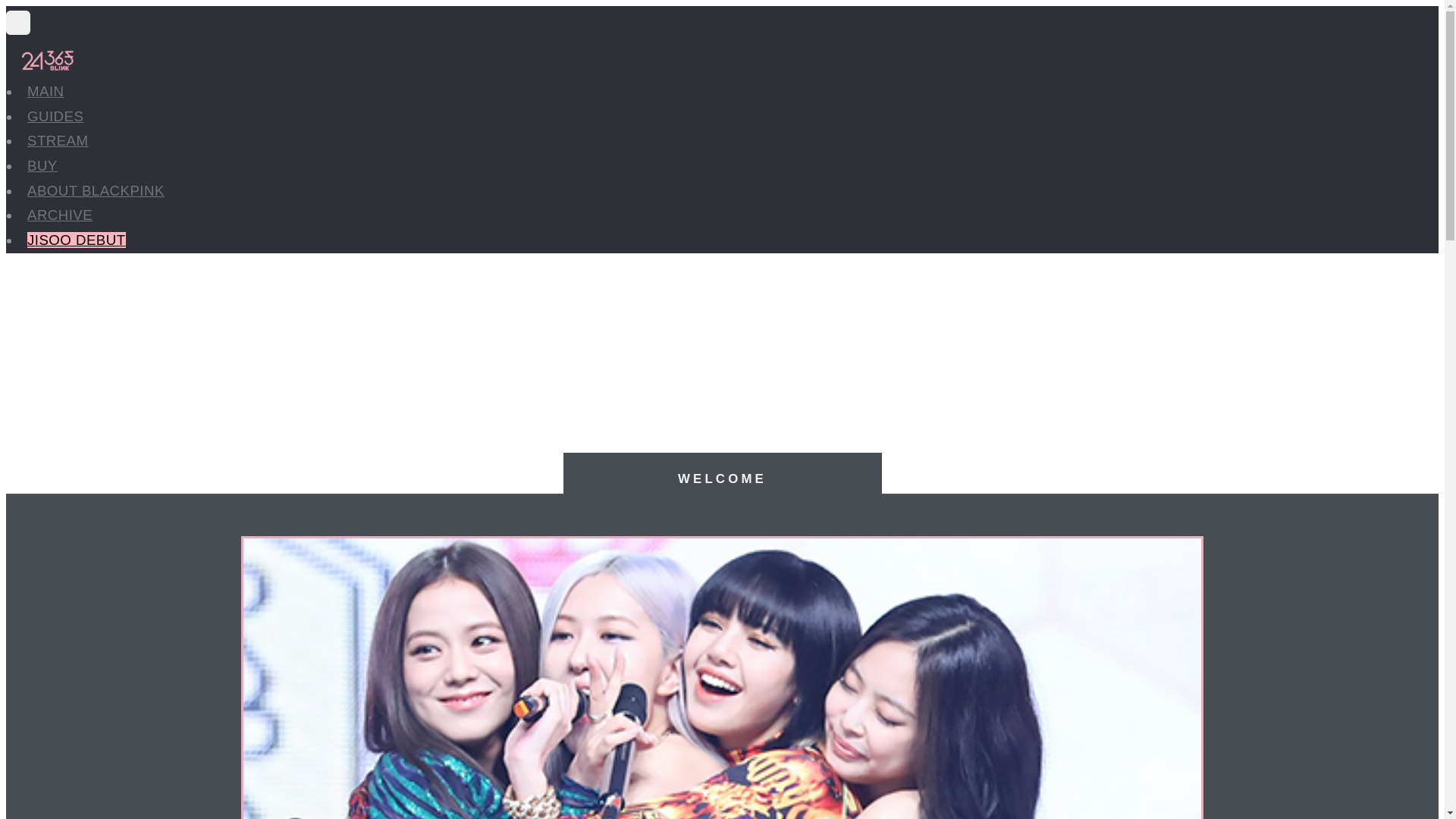  What do you see at coordinates (42, 165) in the screenshot?
I see `'BUY'` at bounding box center [42, 165].